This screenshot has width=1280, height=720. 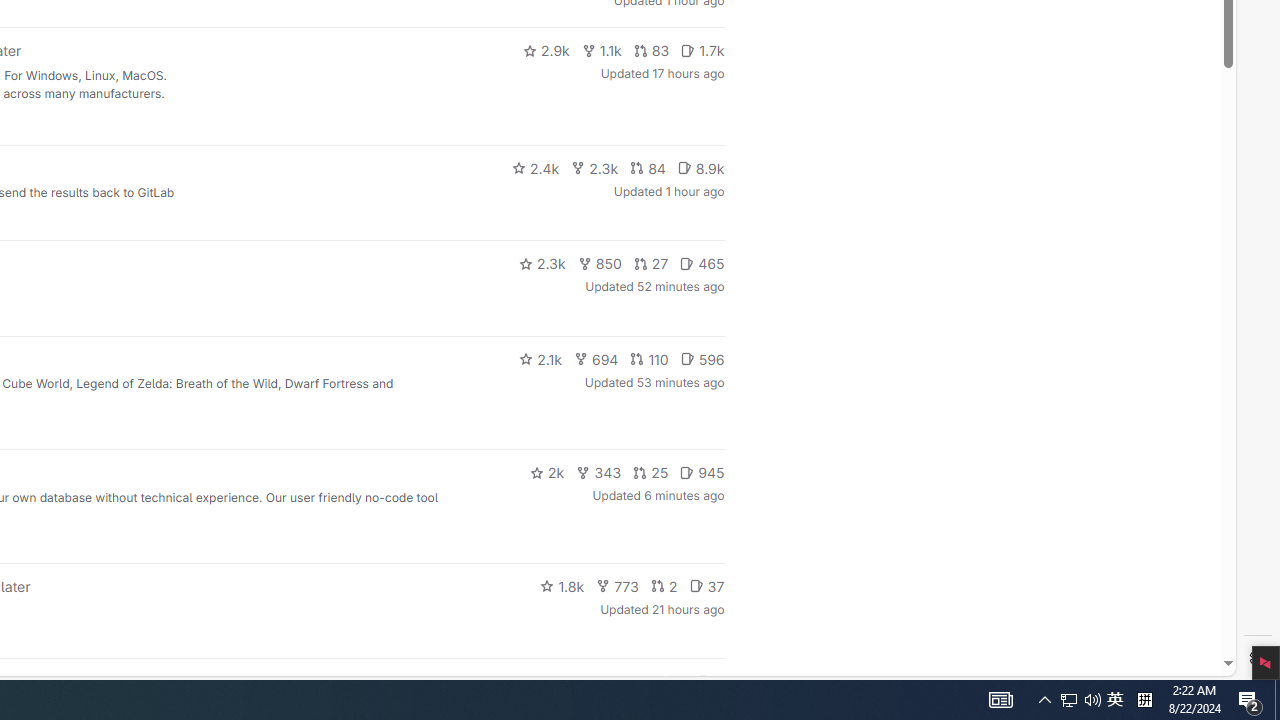 I want to click on '83', so click(x=651, y=50).